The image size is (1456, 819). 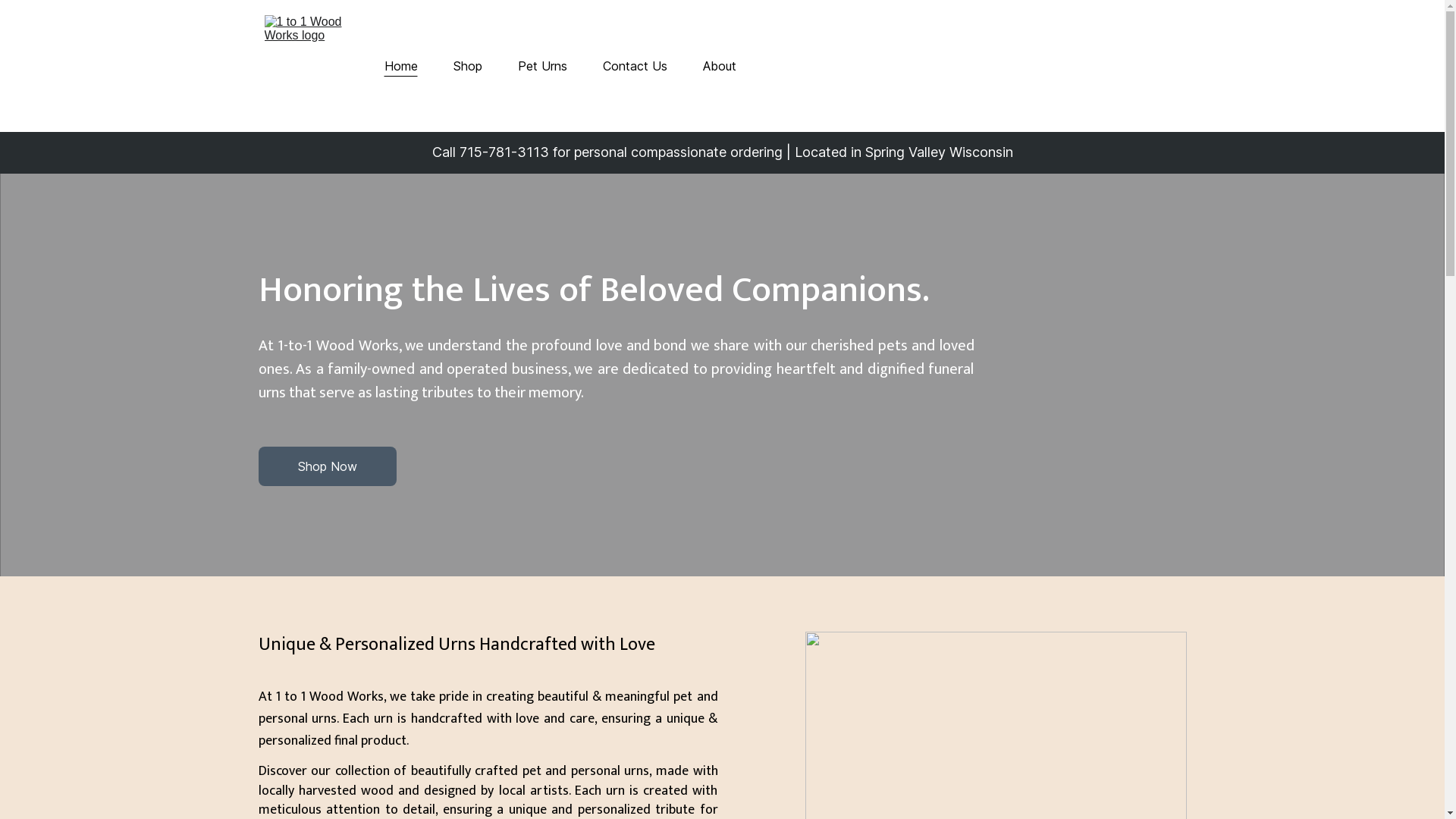 What do you see at coordinates (701, 65) in the screenshot?
I see `'About'` at bounding box center [701, 65].